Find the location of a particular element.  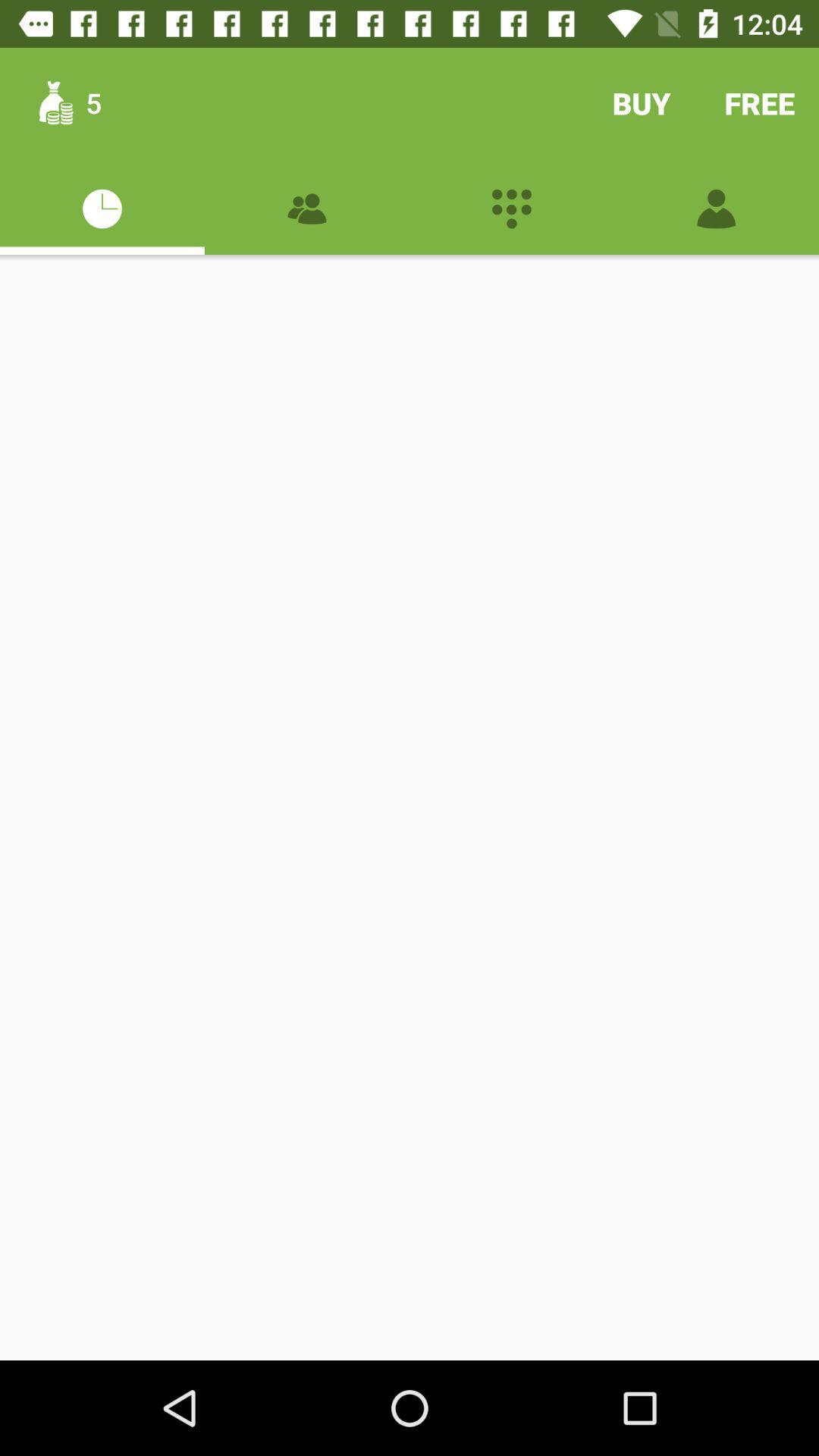

the free is located at coordinates (760, 102).